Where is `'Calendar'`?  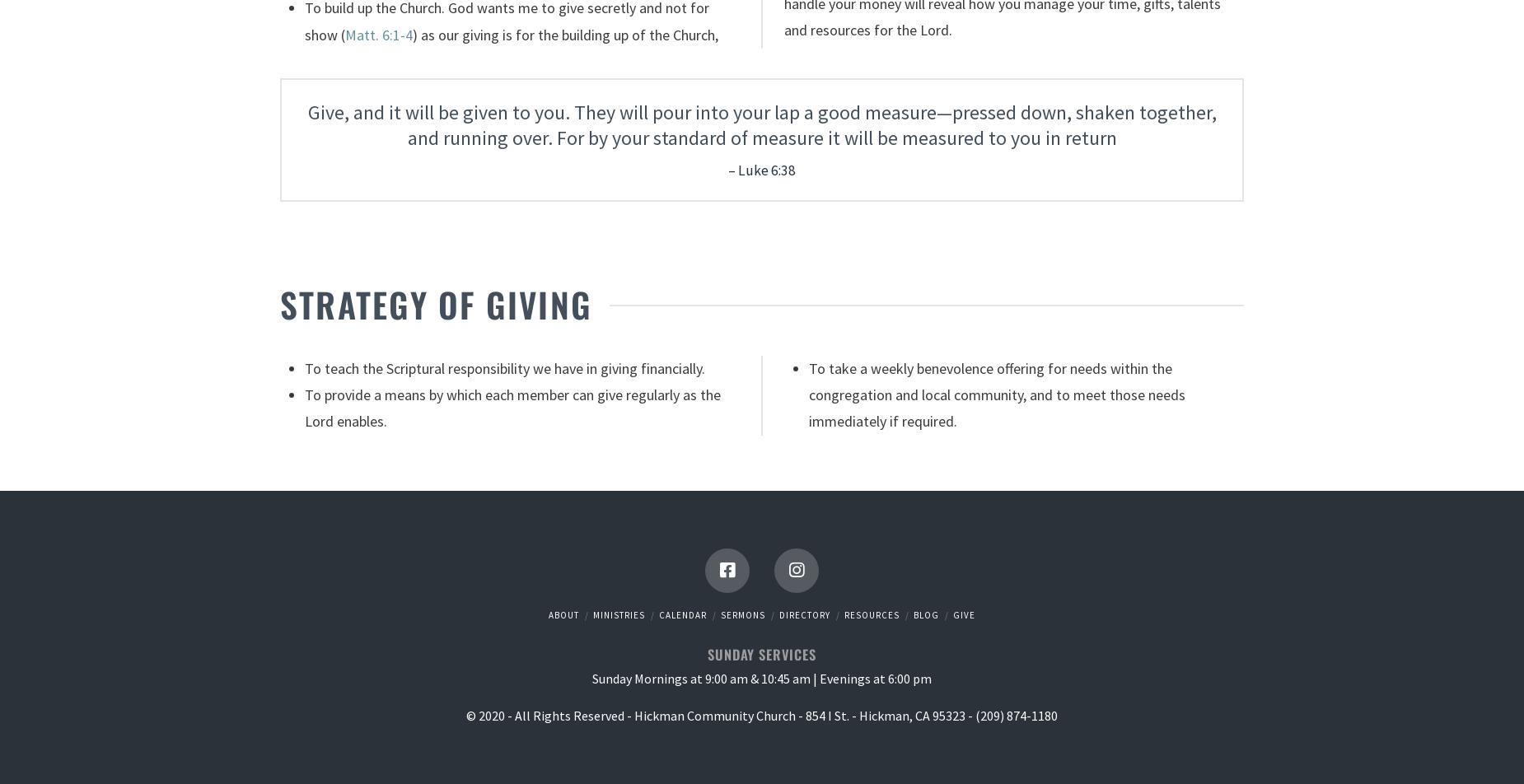
'Calendar' is located at coordinates (682, 614).